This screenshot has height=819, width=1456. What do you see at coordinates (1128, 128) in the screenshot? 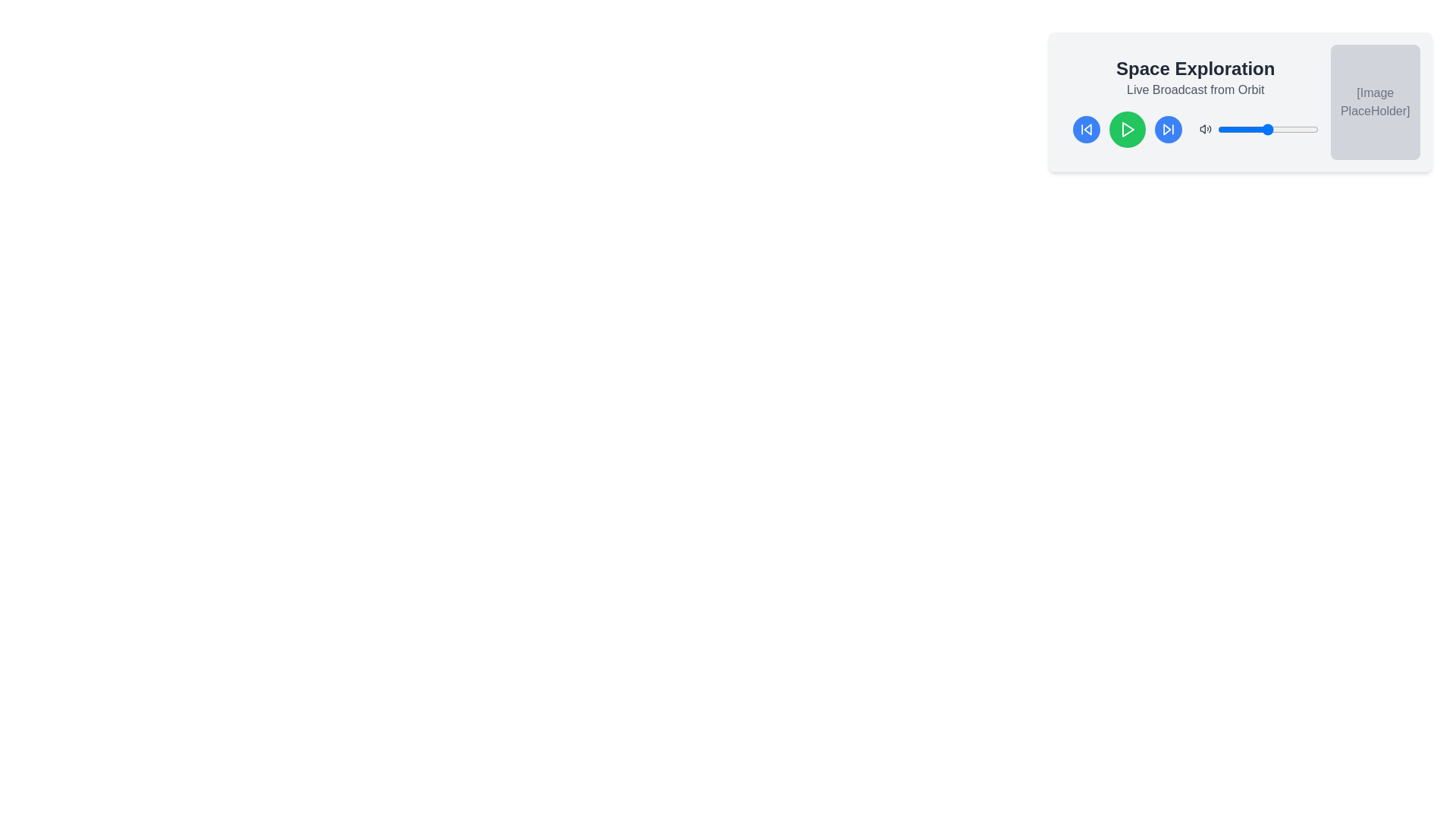
I see `the play button, which is an icon embedded in a central green circular button in the media interface` at bounding box center [1128, 128].